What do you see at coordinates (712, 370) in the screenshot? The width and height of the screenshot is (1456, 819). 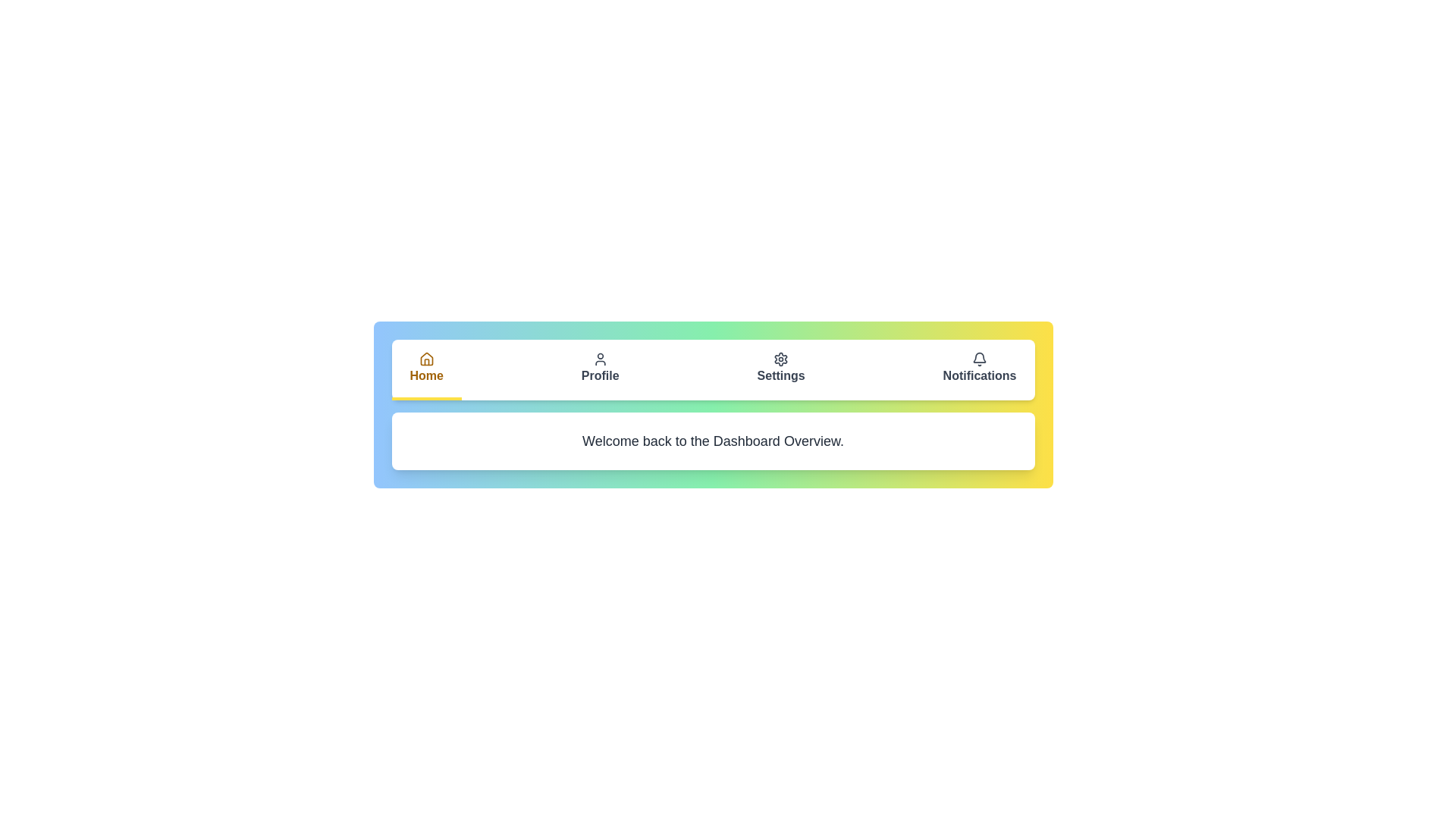 I see `the Navigation bar` at bounding box center [712, 370].